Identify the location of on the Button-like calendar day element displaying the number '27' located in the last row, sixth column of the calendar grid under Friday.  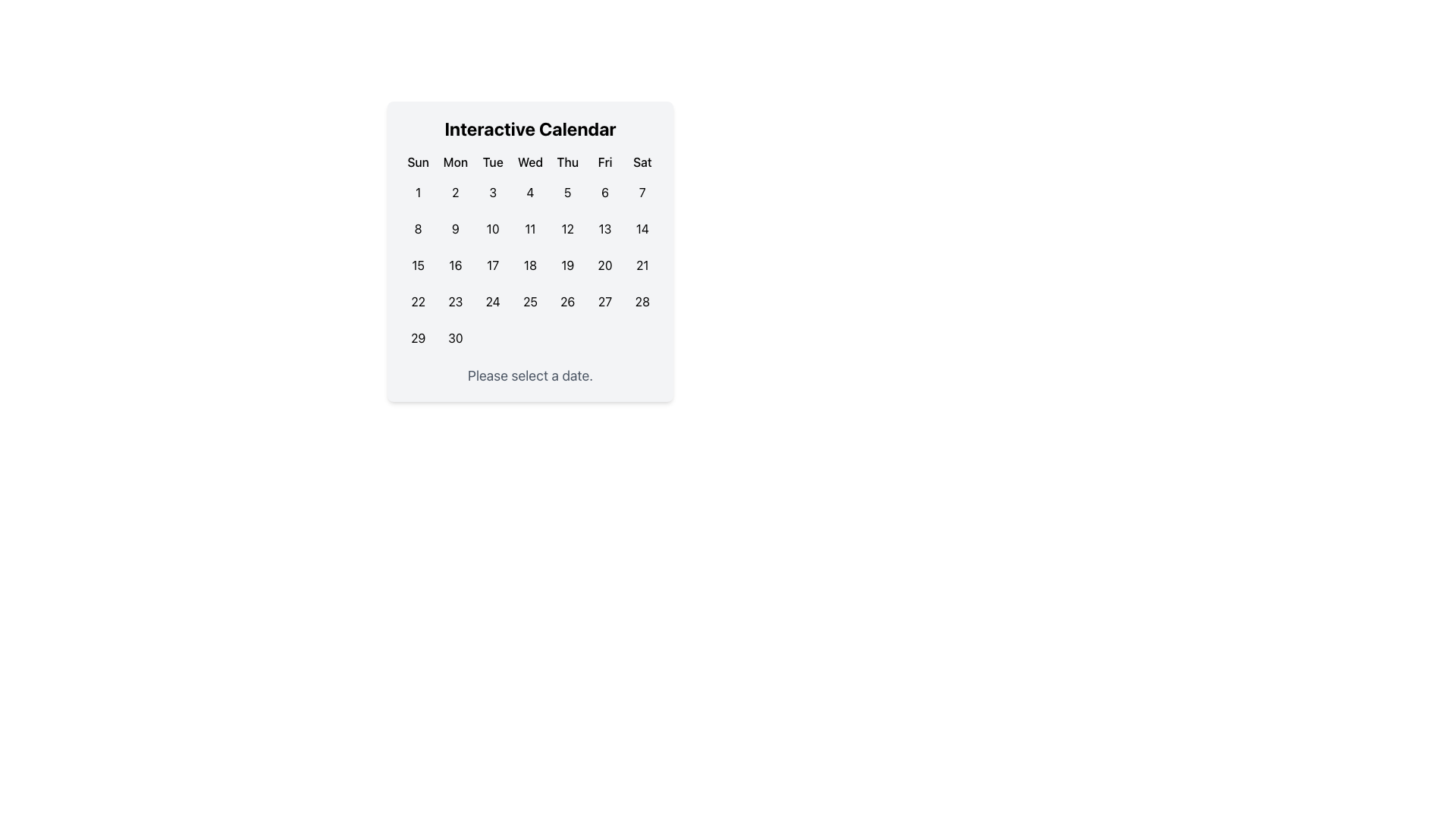
(604, 301).